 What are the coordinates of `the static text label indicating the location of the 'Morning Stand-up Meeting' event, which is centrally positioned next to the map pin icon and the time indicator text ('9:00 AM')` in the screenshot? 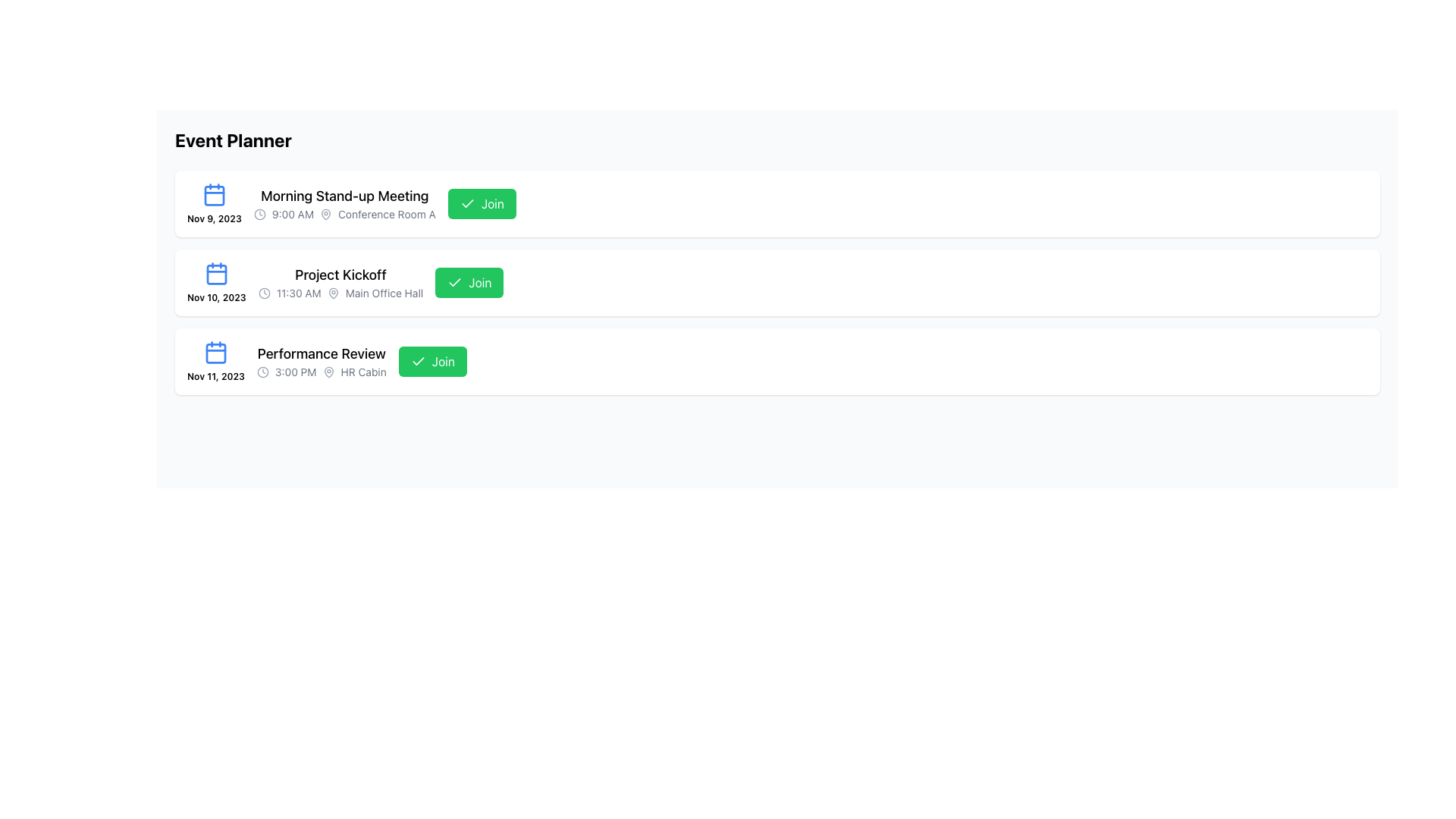 It's located at (387, 214).